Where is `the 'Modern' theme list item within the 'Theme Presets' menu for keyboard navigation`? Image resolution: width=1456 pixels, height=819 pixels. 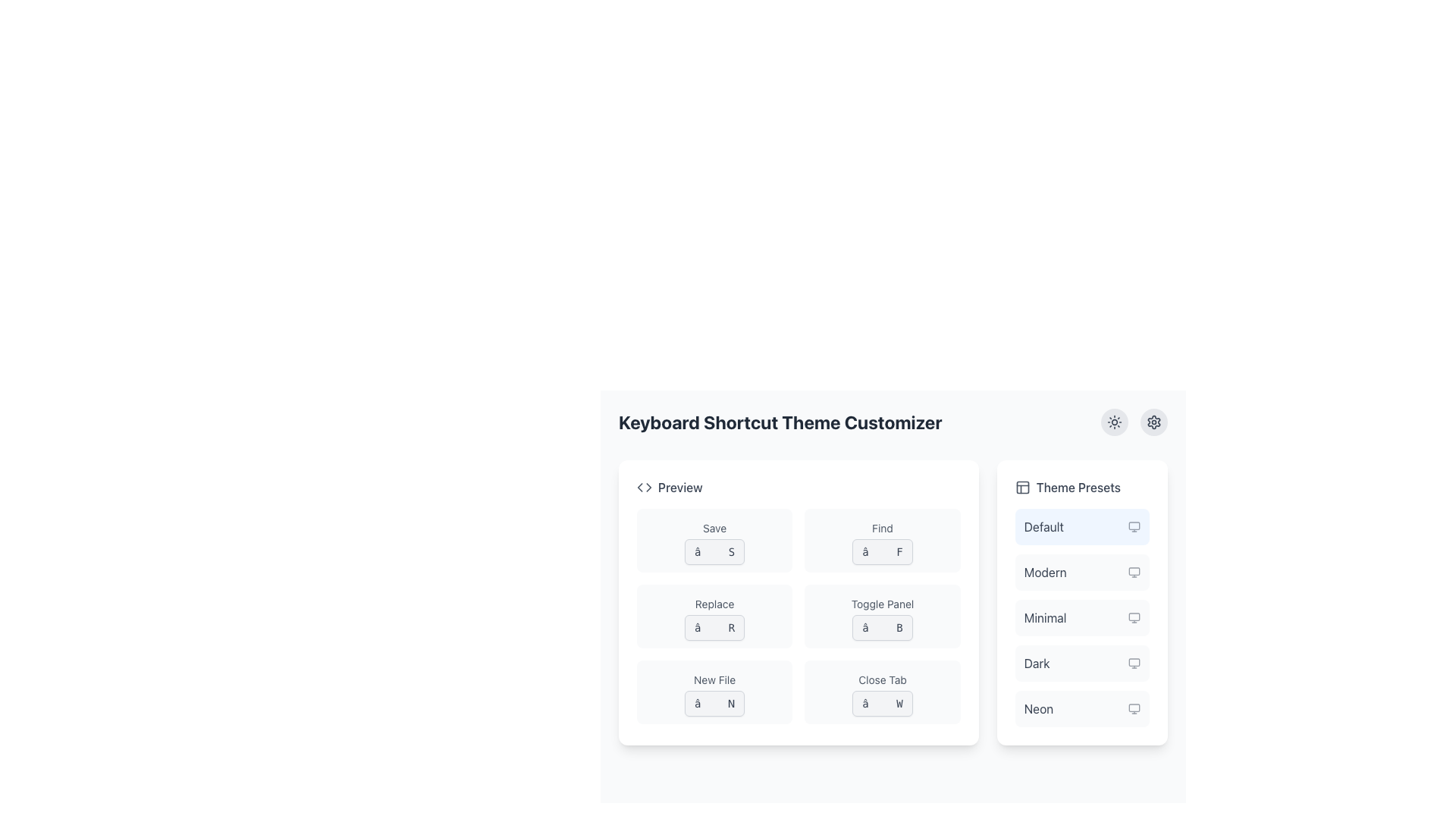
the 'Modern' theme list item within the 'Theme Presets' menu for keyboard navigation is located at coordinates (1081, 573).